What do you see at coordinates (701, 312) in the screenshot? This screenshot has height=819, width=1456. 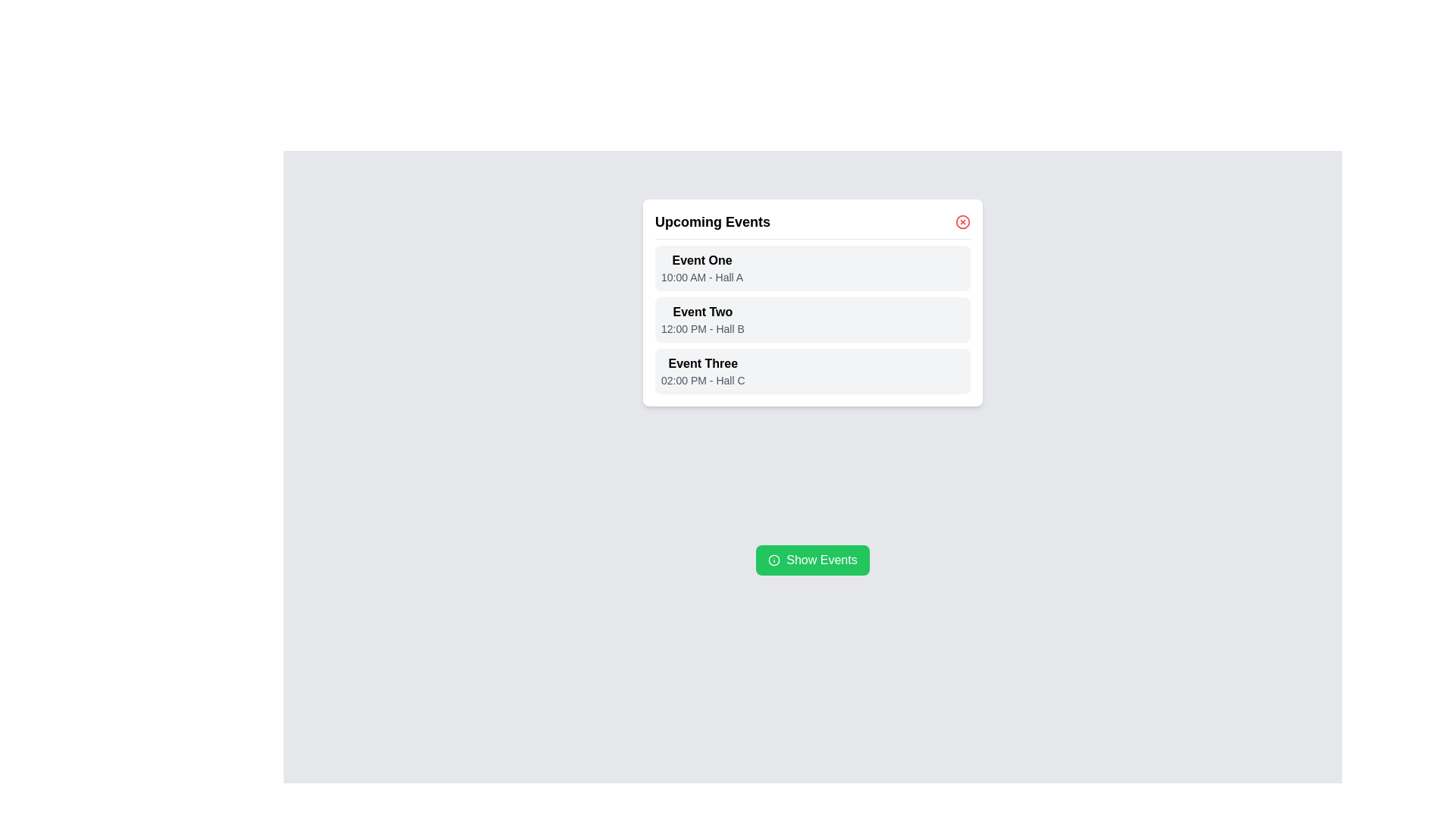 I see `the text label displaying 'Event Two', which is prominently styled and located above '12:00 PM - Hall B' in the 'Upcoming Events' dialog box` at bounding box center [701, 312].